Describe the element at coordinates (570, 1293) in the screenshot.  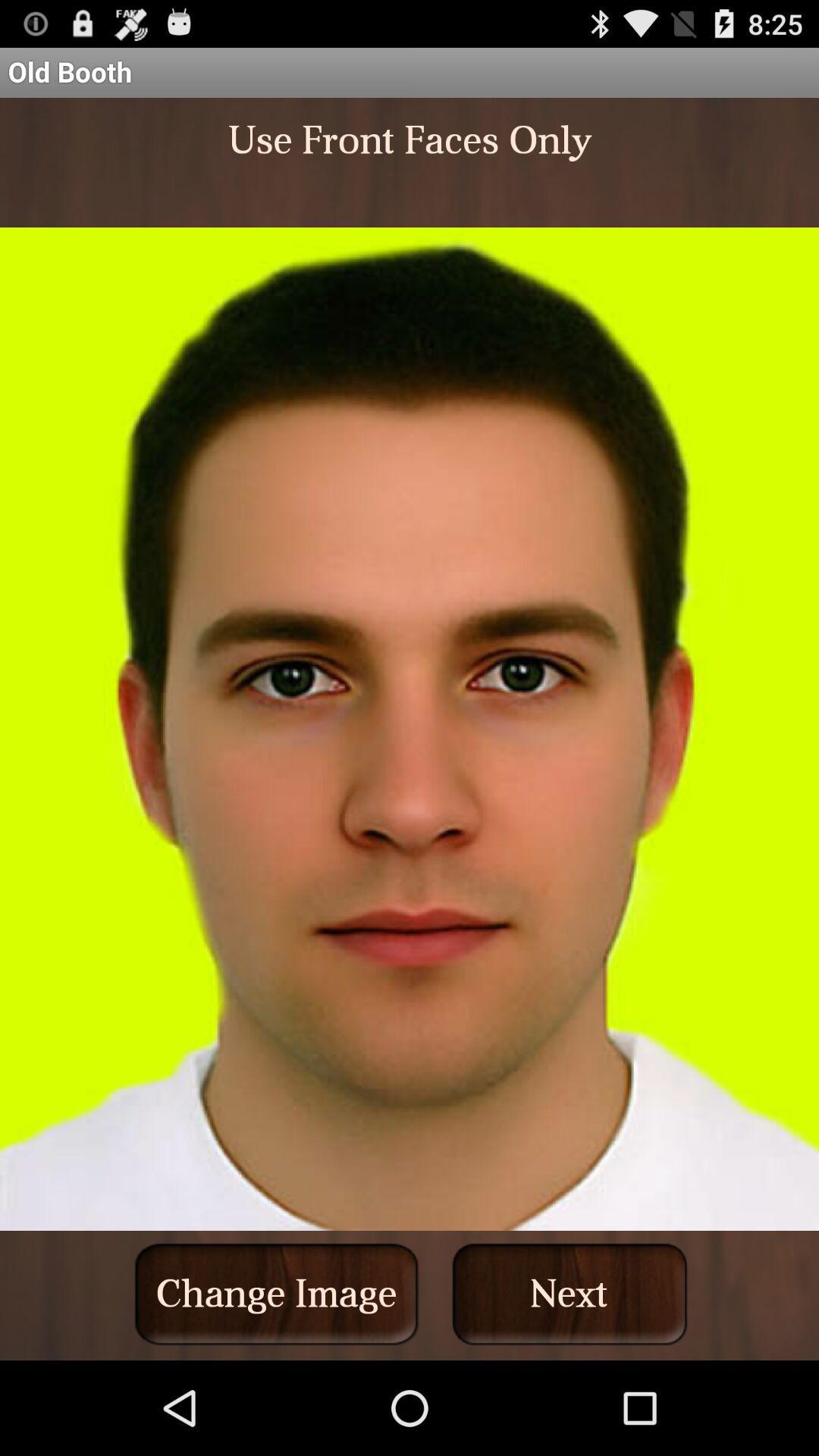
I see `the next` at that location.